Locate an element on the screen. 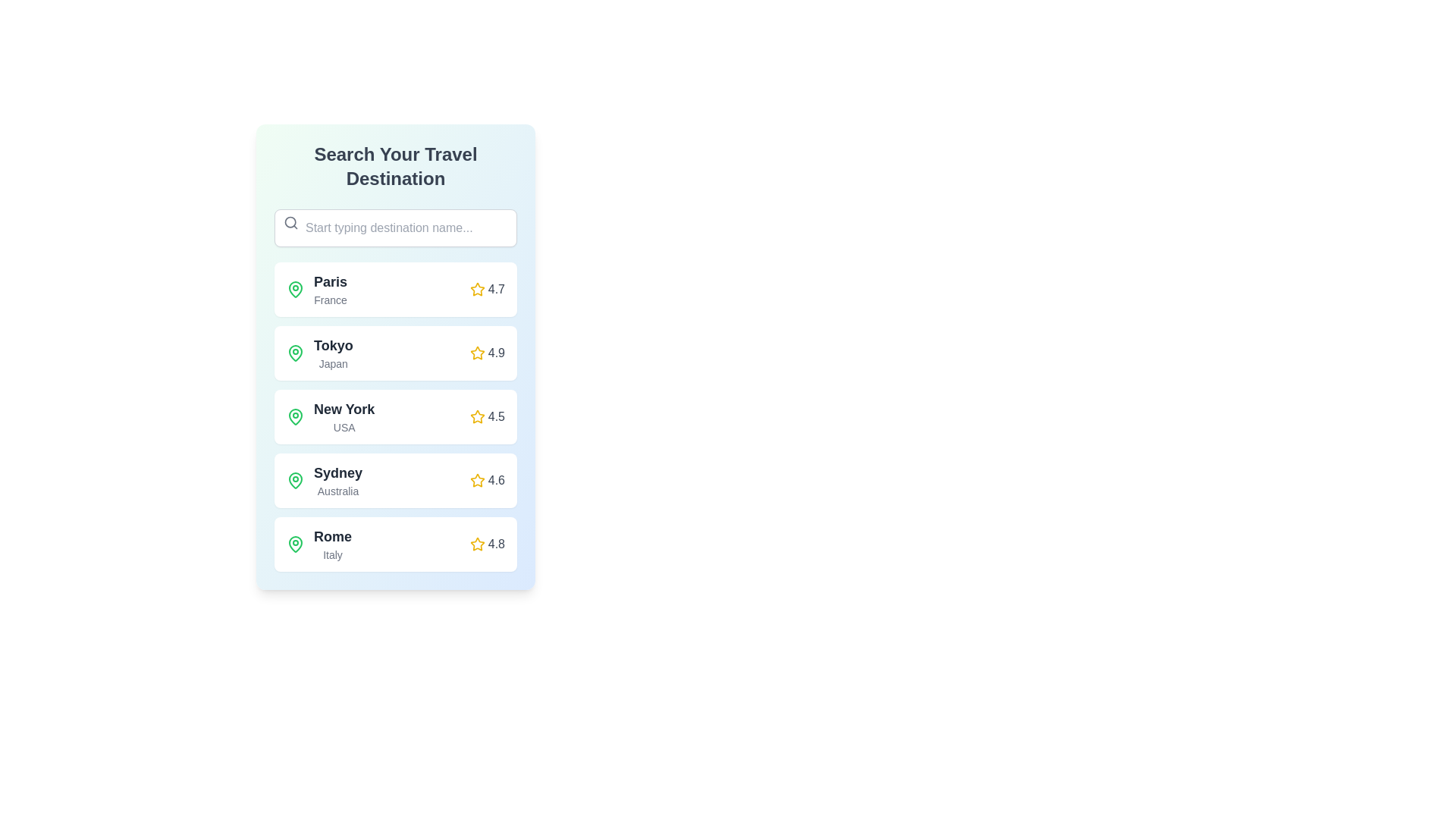 This screenshot has width=1456, height=819. the text block displaying 'Tokyo' in bold, large font, which is the second item in the vertical list of destinations is located at coordinates (332, 353).